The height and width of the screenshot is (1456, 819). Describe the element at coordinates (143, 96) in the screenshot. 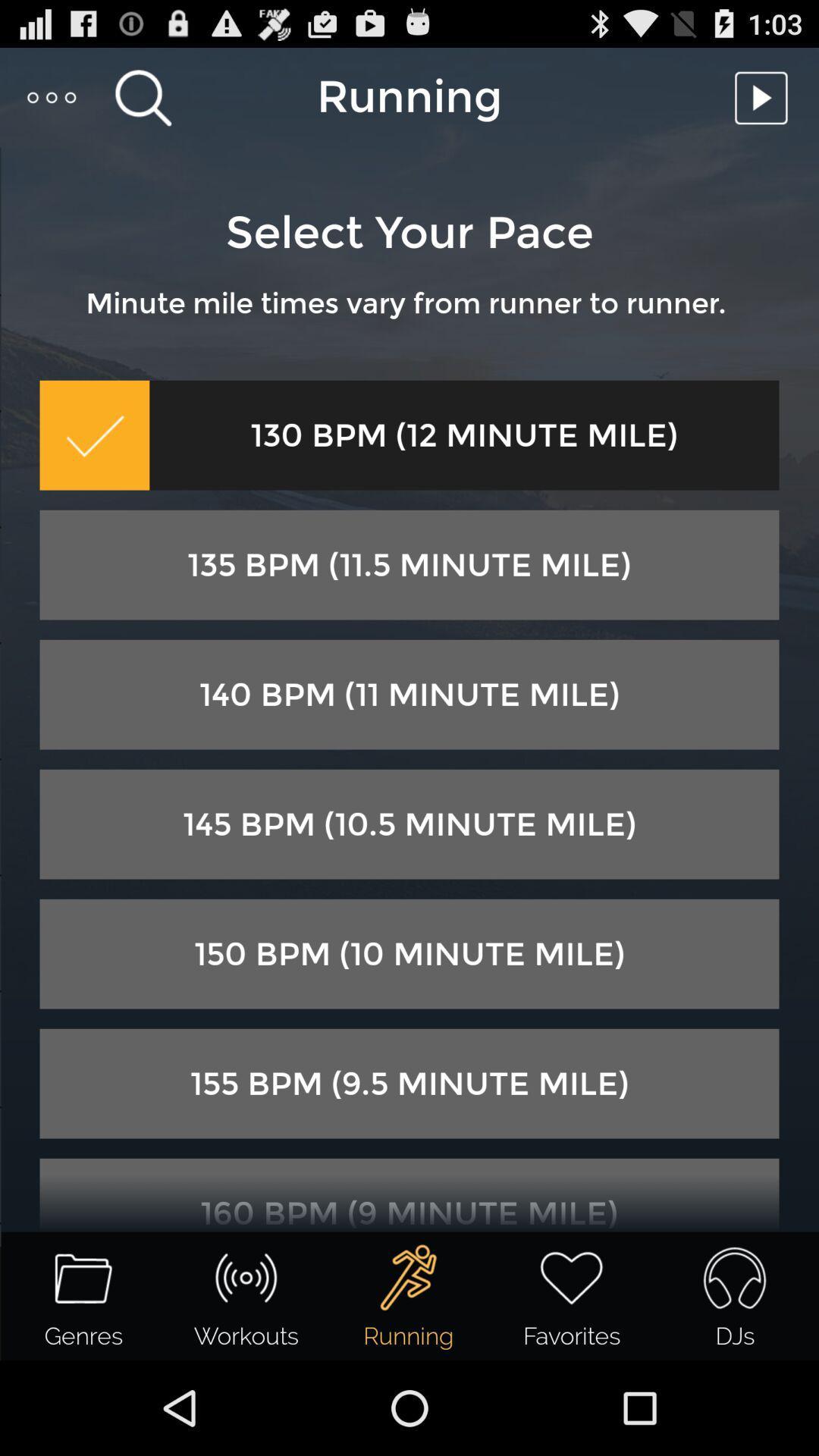

I see `search the page` at that location.